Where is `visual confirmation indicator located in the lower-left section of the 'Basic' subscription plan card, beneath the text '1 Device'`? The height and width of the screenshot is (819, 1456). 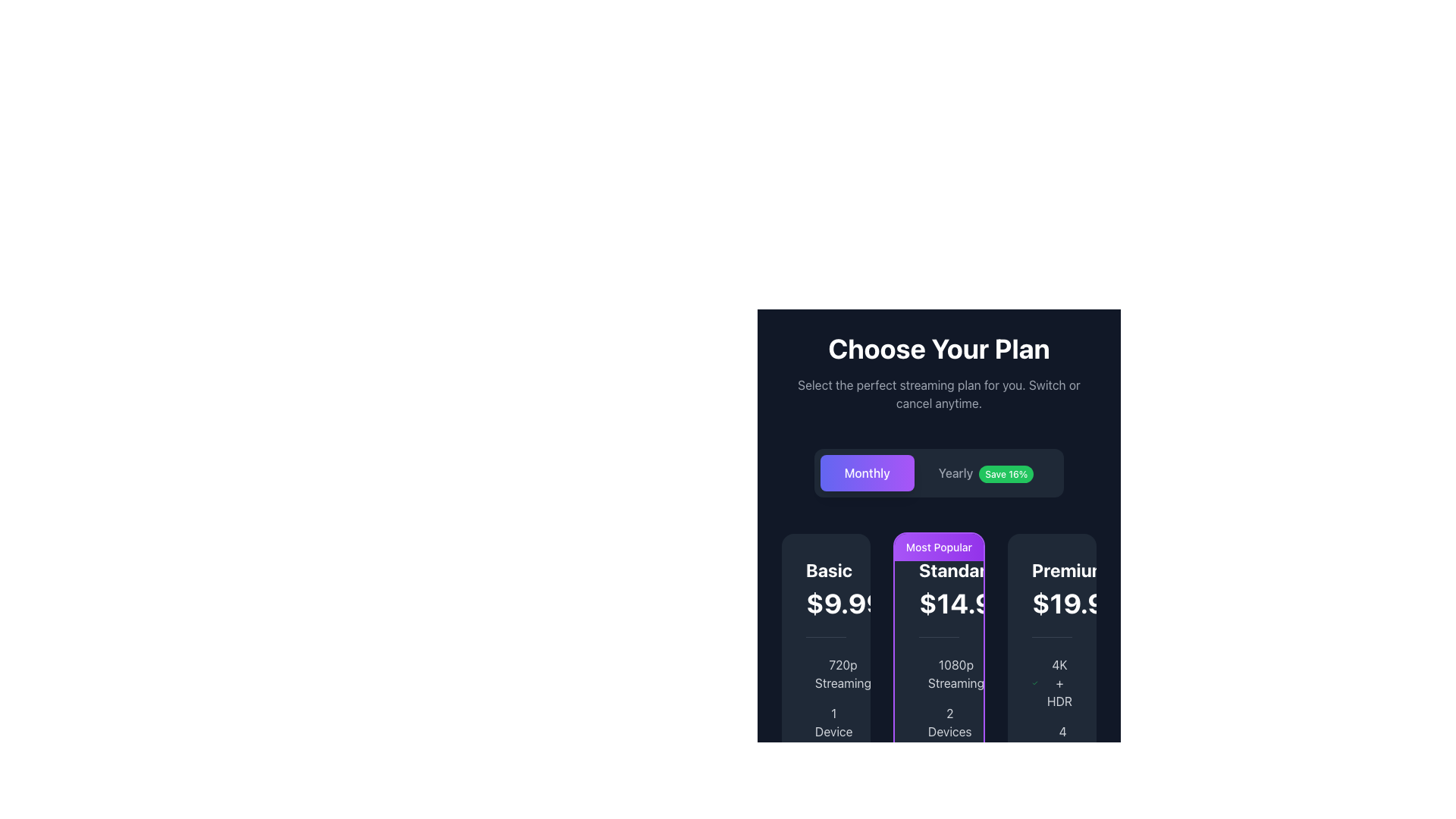 visual confirmation indicator located in the lower-left section of the 'Basic' subscription plan card, beneath the text '1 Device' is located at coordinates (814, 723).